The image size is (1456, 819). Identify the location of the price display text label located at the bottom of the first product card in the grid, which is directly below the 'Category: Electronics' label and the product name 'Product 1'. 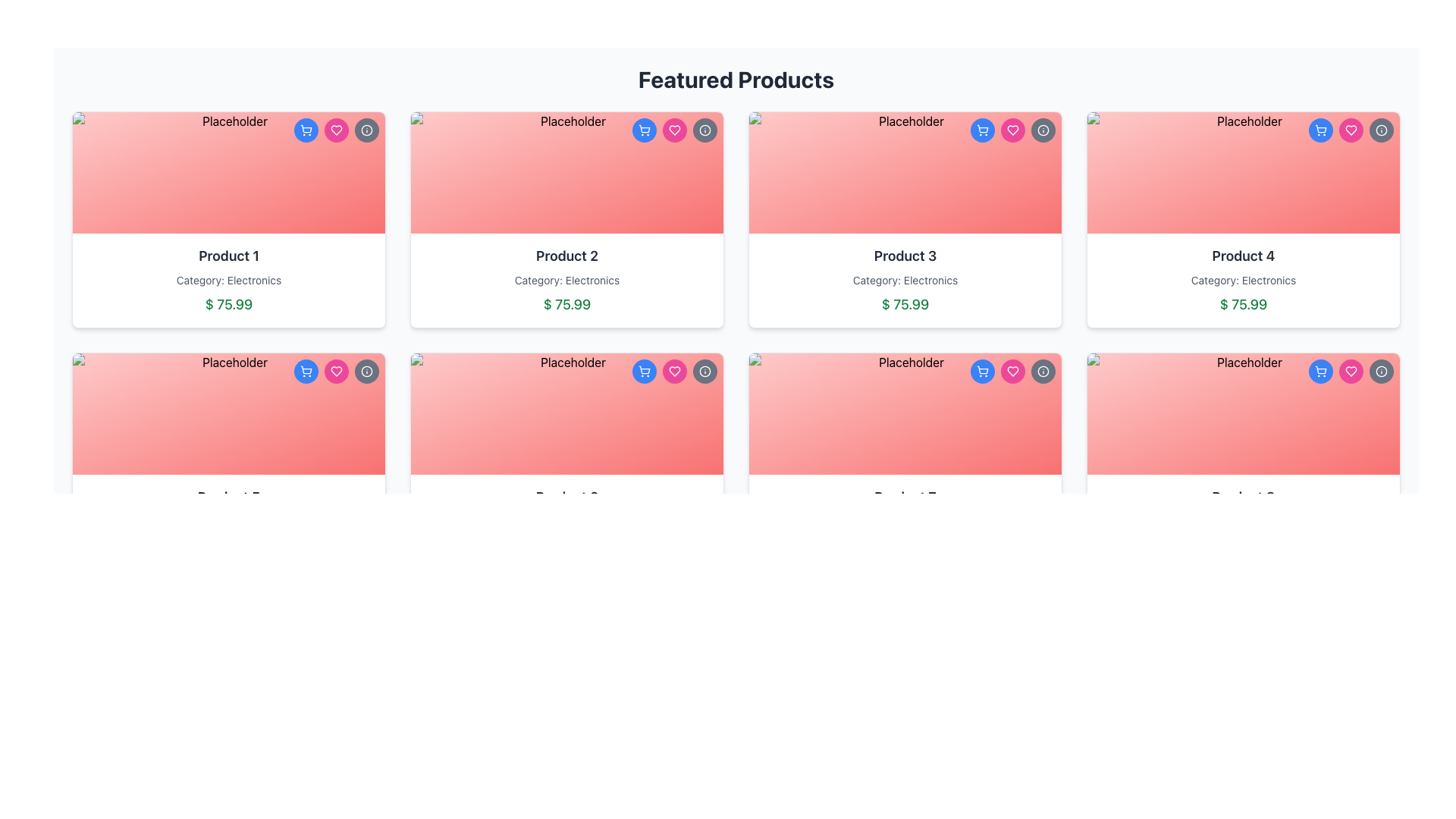
(228, 304).